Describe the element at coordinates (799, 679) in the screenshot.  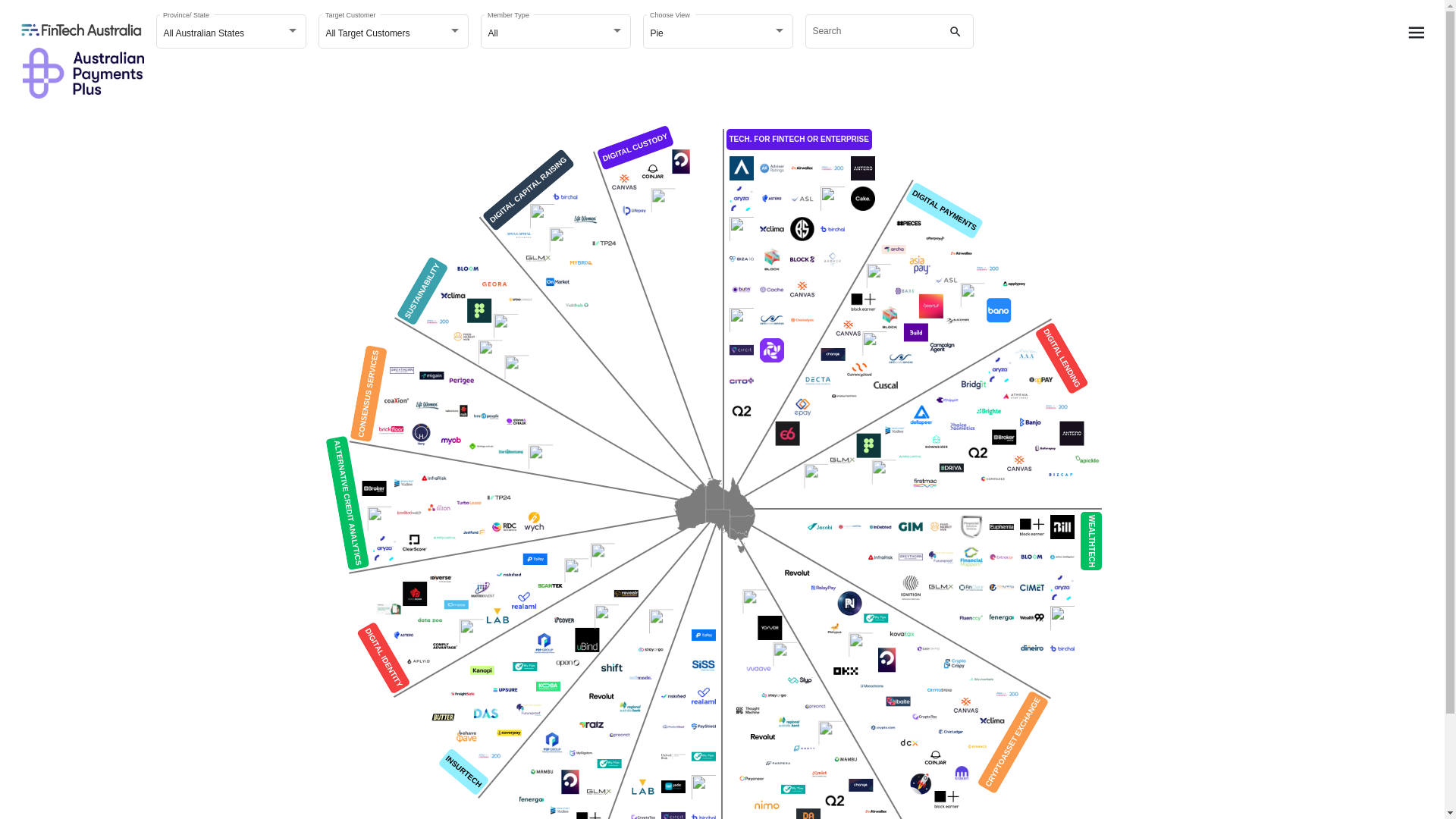
I see `'Slyp'` at that location.